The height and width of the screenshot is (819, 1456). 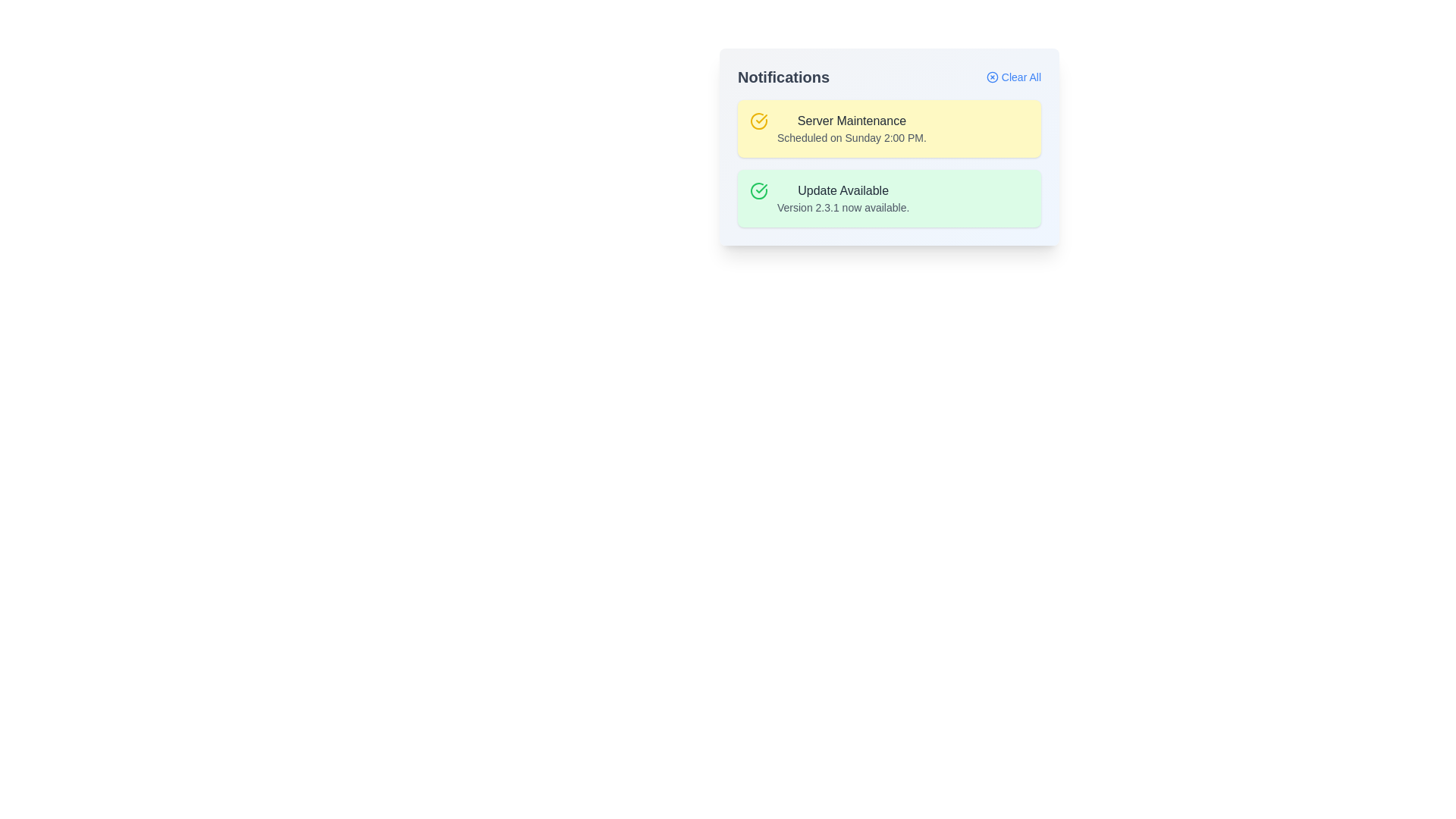 I want to click on the text label displaying 'Scheduled on Sunday 2:00 PM.' which is located under the heading 'Server Maintenance' in the upper yellow notification card, so click(x=852, y=137).